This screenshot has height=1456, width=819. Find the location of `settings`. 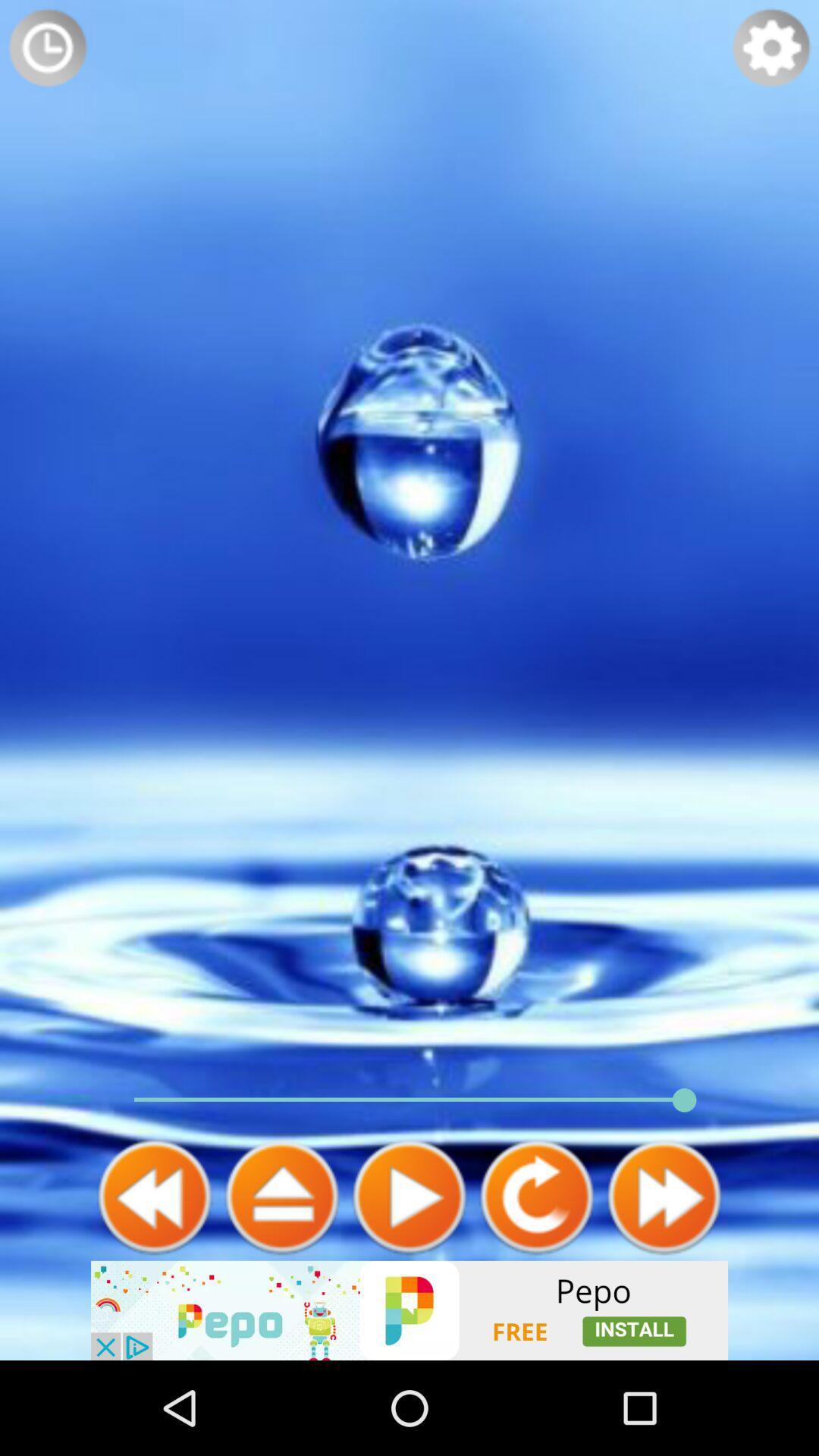

settings is located at coordinates (771, 47).